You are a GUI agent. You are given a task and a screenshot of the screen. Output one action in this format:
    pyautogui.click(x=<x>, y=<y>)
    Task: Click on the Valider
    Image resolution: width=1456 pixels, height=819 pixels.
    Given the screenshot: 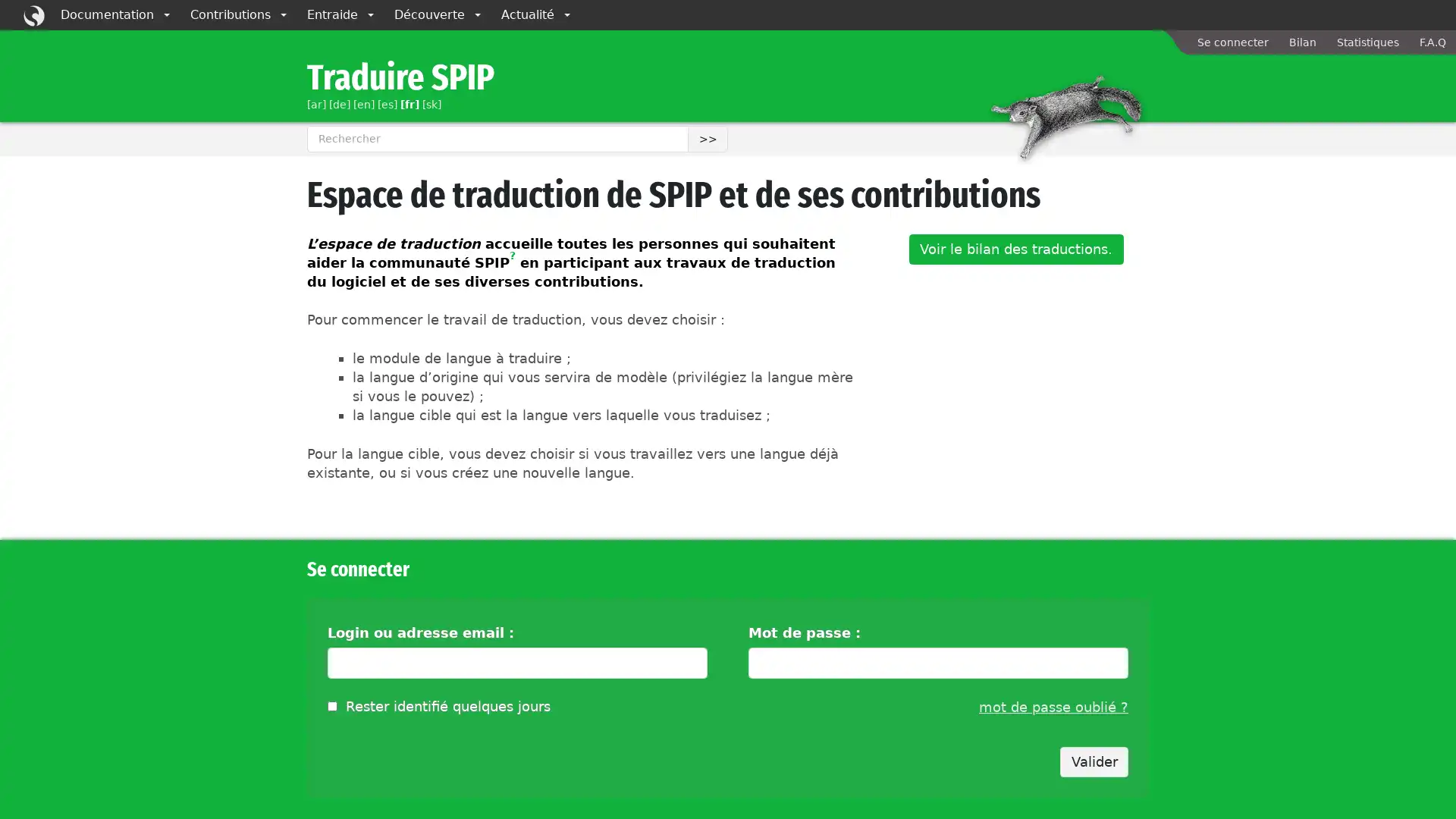 What is the action you would take?
    pyautogui.click(x=1094, y=761)
    